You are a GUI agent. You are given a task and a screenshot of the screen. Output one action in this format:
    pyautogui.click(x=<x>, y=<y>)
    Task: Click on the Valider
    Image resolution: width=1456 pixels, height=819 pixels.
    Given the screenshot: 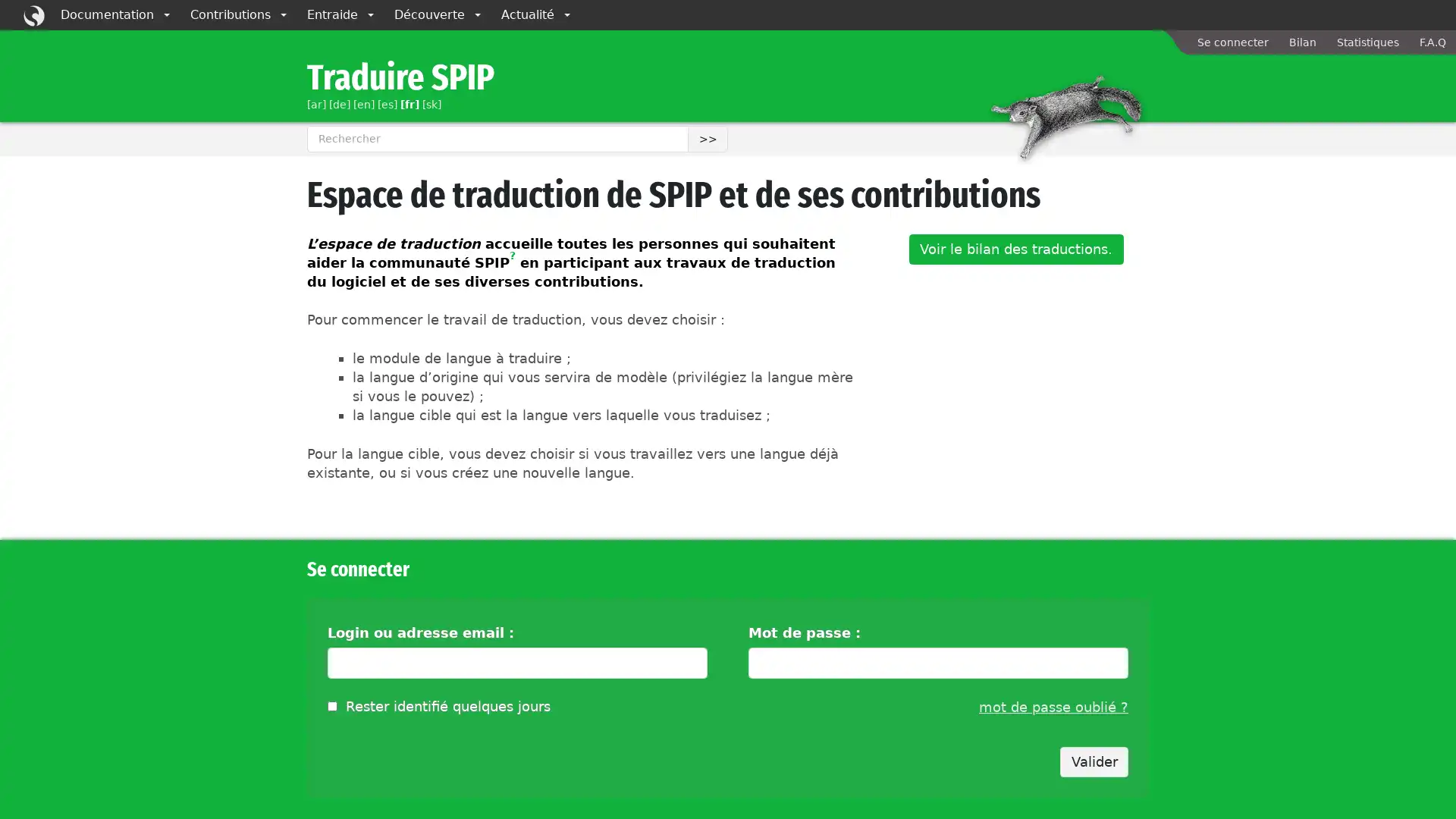 What is the action you would take?
    pyautogui.click(x=1094, y=761)
    